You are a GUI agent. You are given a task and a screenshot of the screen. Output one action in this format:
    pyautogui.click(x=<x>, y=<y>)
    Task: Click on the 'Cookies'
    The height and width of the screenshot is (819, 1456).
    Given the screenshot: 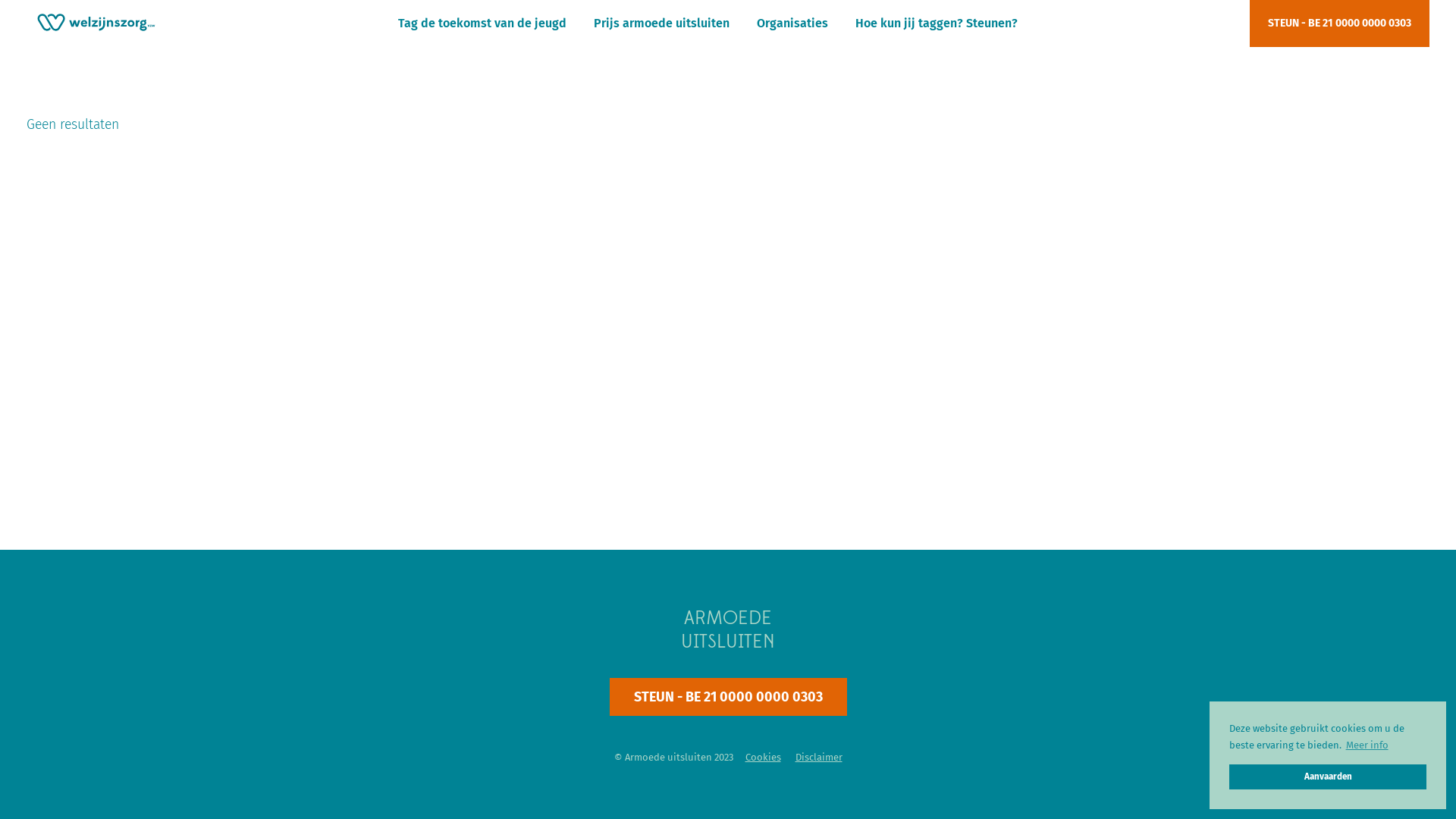 What is the action you would take?
    pyautogui.click(x=762, y=757)
    